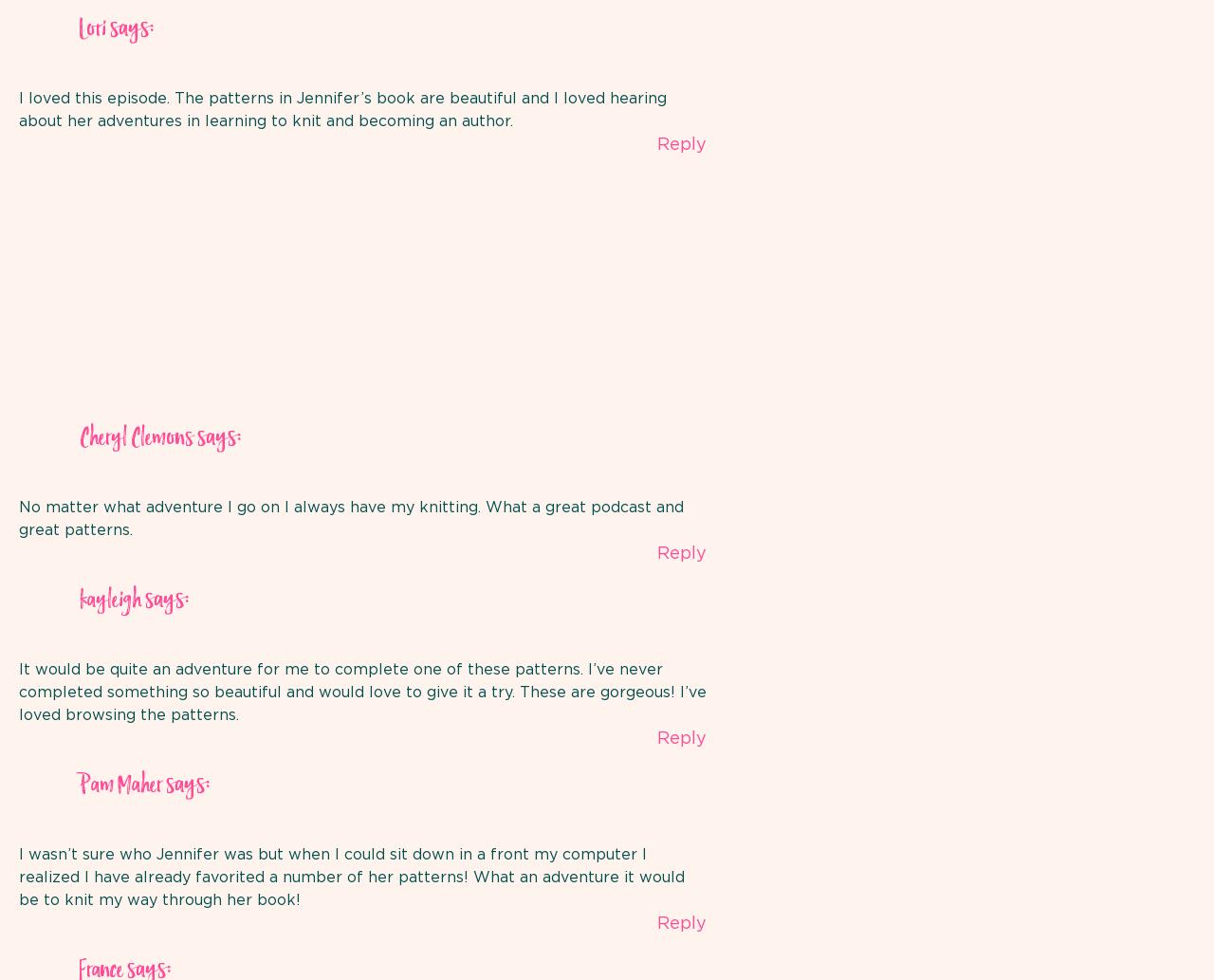  Describe the element at coordinates (351, 517) in the screenshot. I see `'No matter what adventure I go on I always have my knitting.  What a great podcast and great patterns.'` at that location.